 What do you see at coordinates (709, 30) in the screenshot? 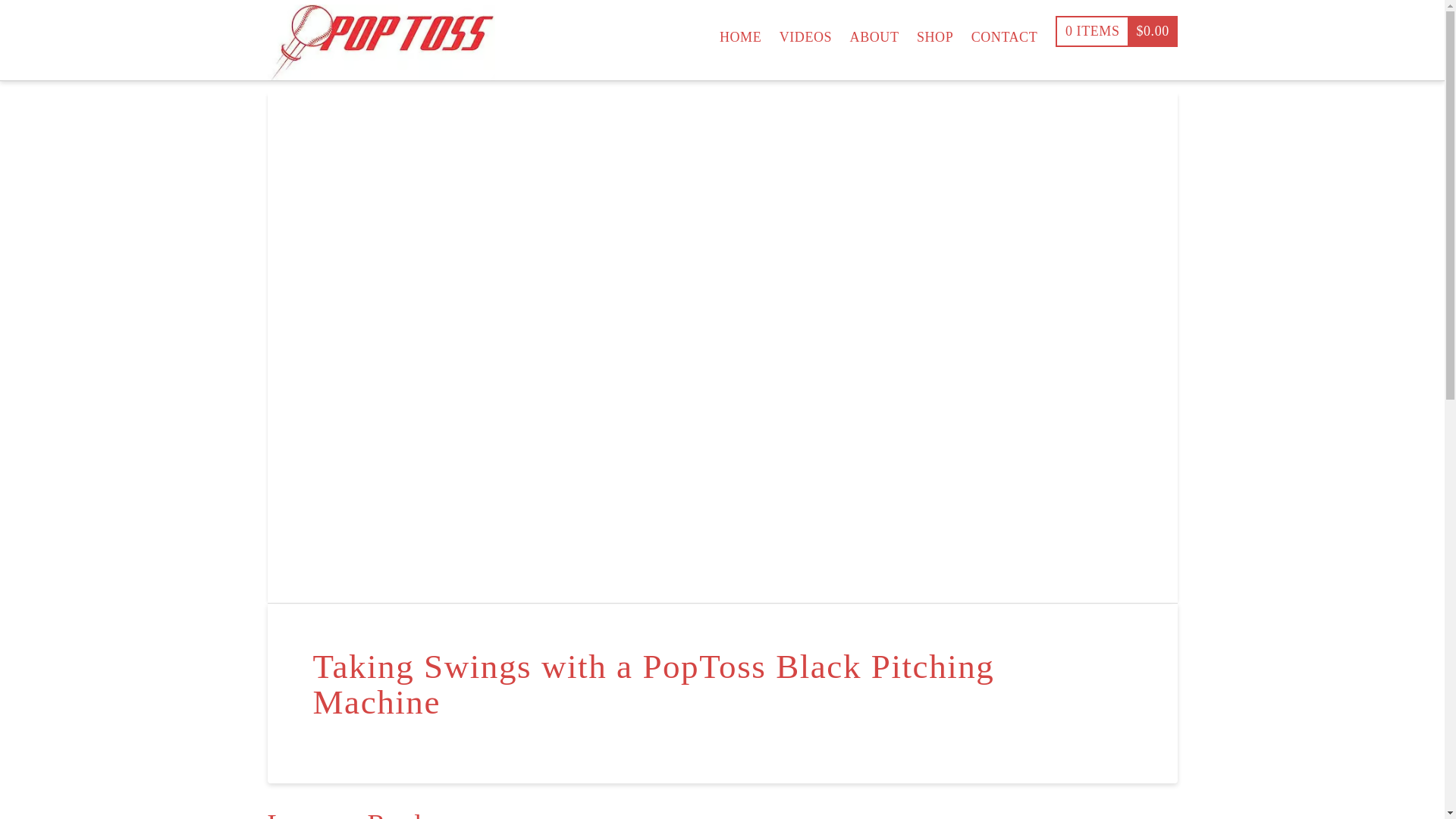
I see `'HOME'` at bounding box center [709, 30].